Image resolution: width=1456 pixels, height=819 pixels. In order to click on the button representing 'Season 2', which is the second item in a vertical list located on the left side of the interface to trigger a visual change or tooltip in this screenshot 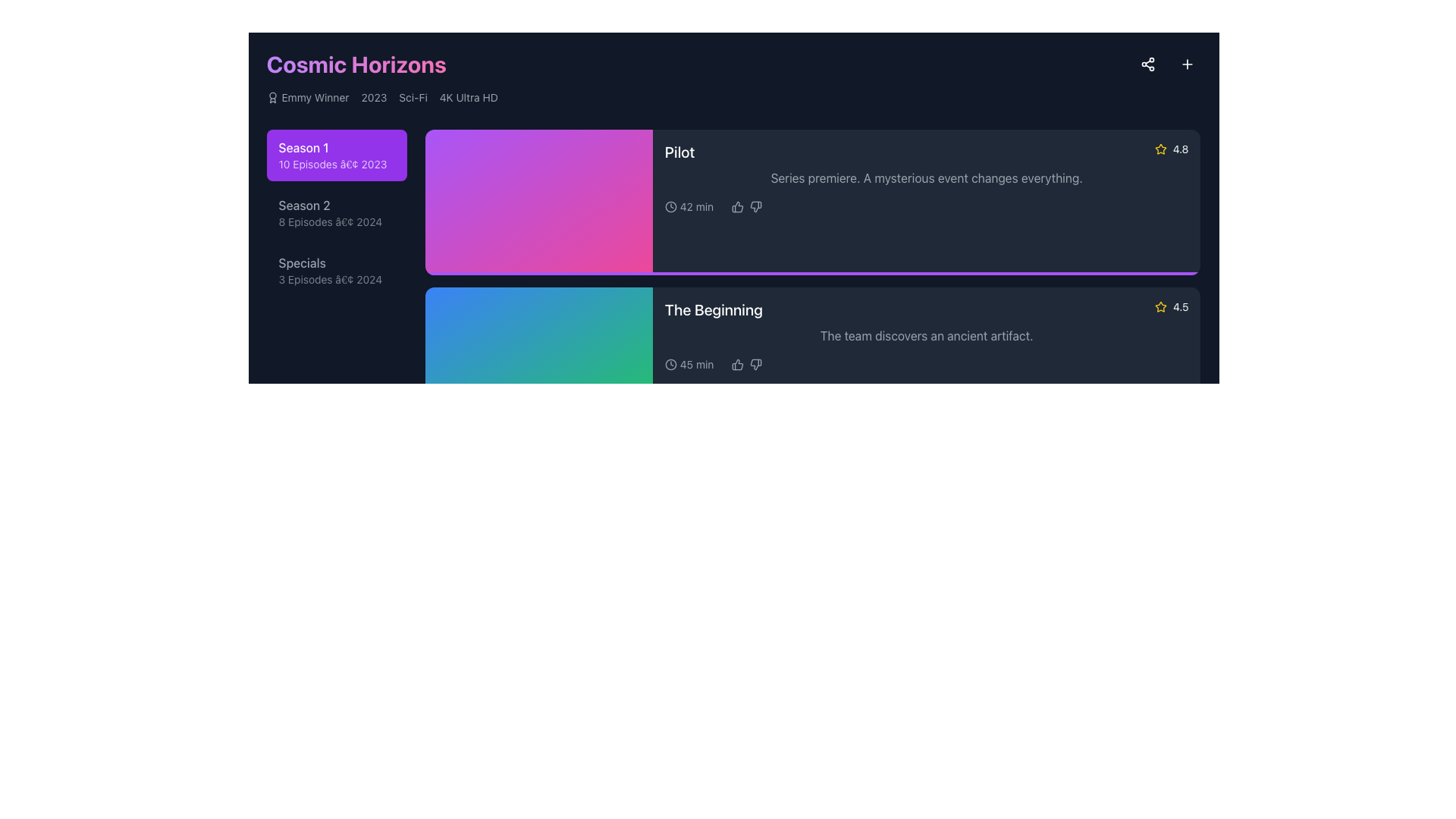, I will do `click(336, 213)`.